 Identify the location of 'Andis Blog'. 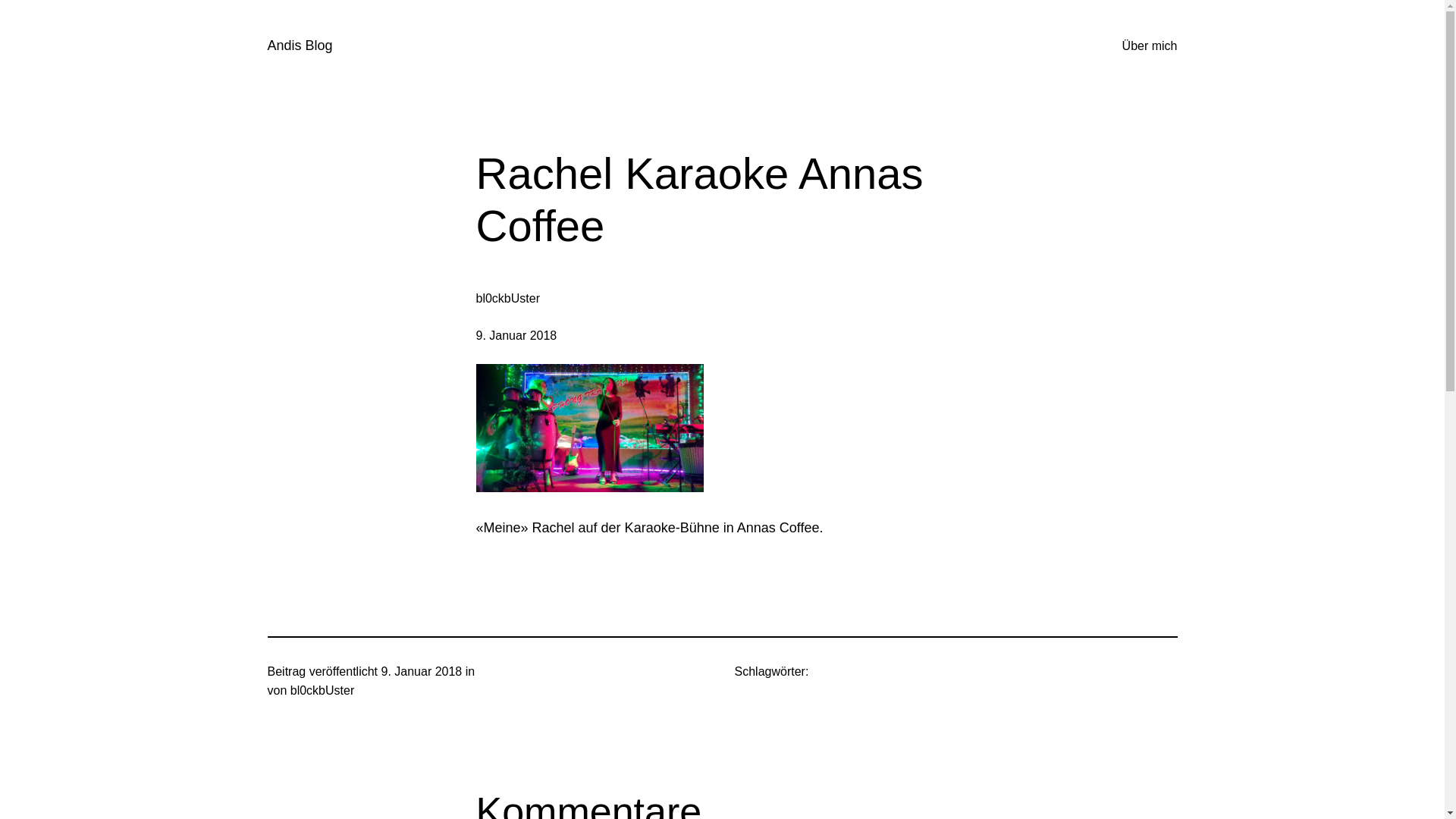
(299, 45).